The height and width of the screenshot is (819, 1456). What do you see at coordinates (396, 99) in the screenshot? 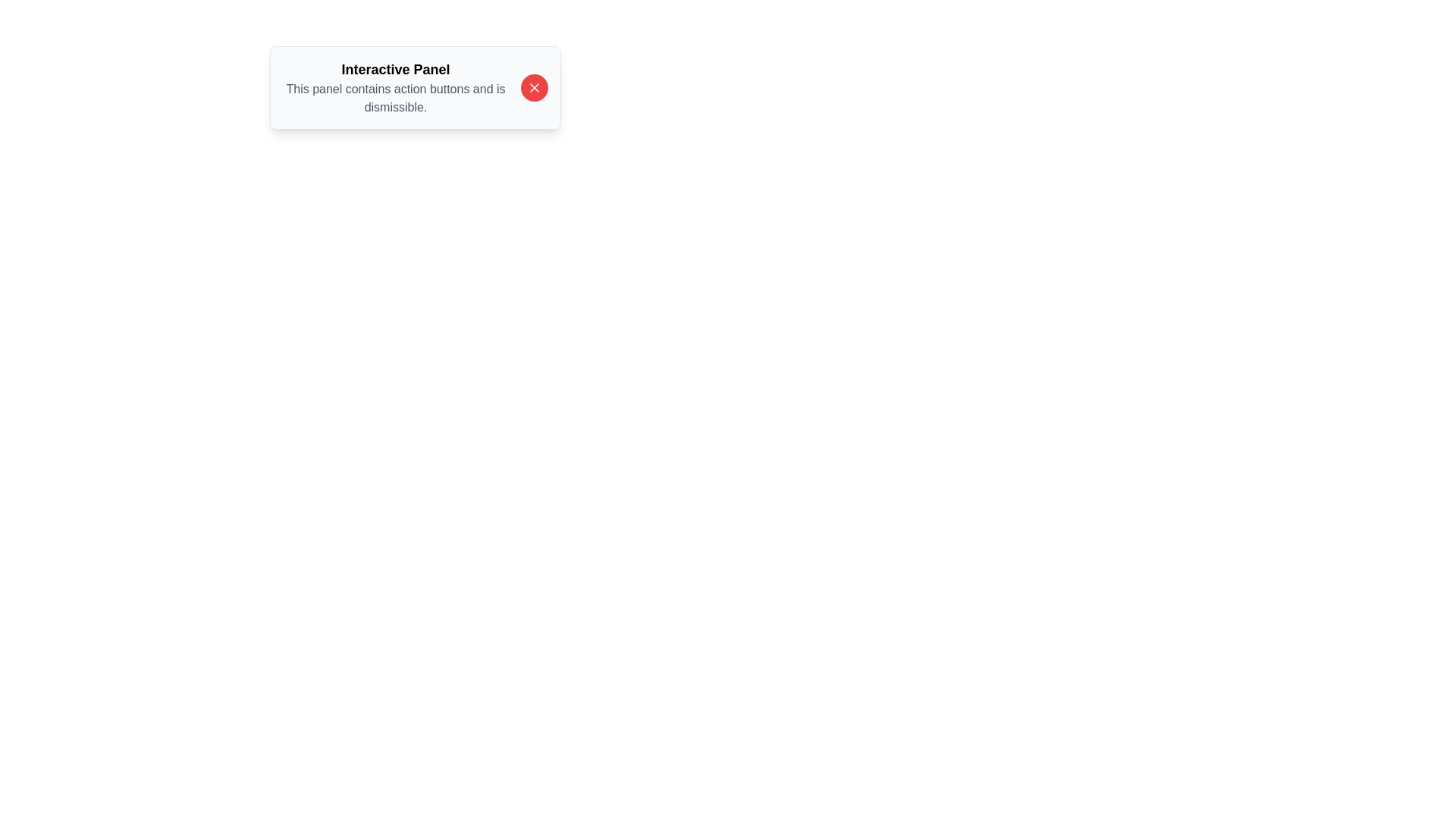
I see `the text component displaying the content 'This panel contains action buttons and is dismissible.', which is styled in gray and positioned below the heading 'Interactive Panel'` at bounding box center [396, 99].